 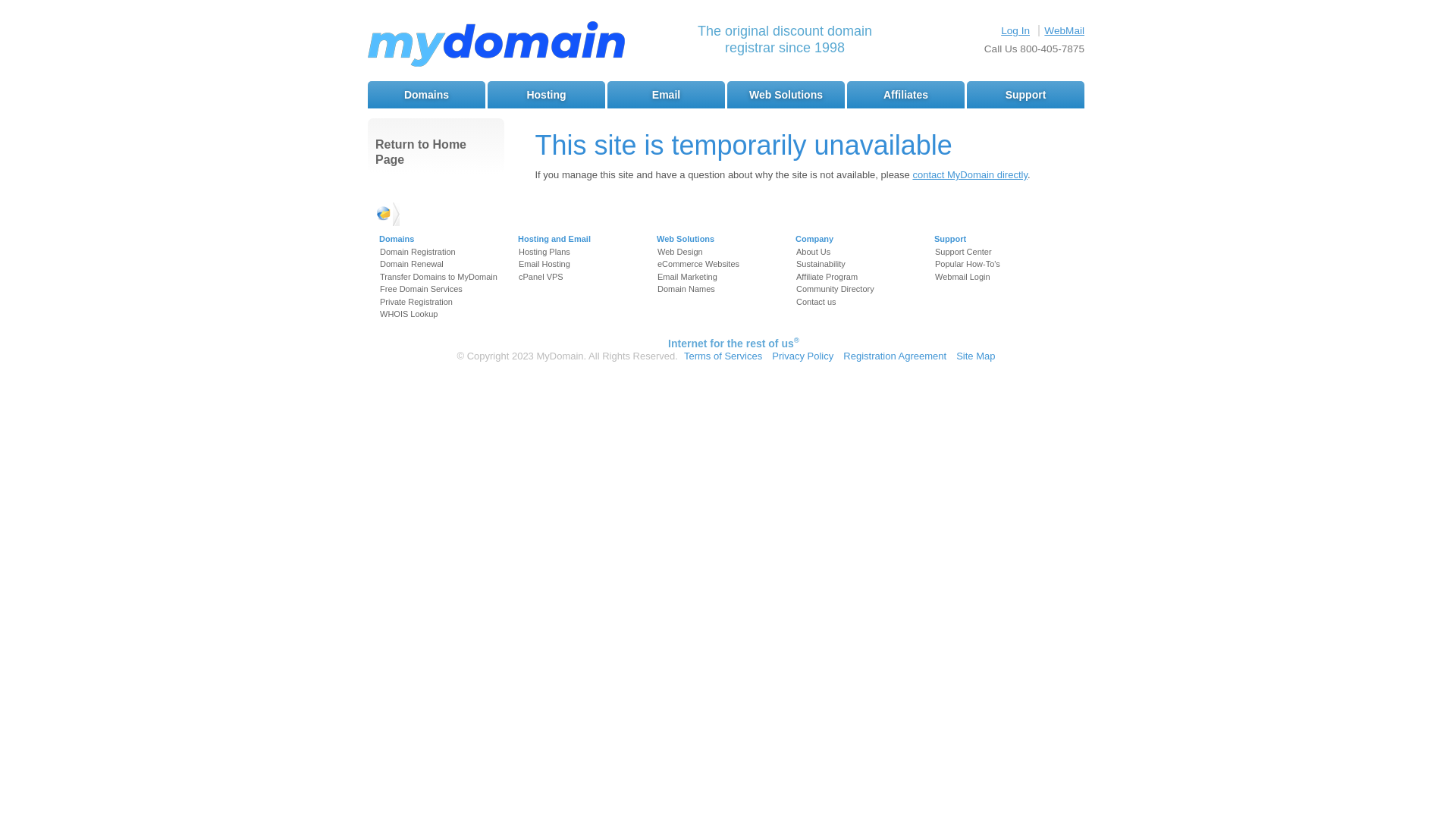 What do you see at coordinates (795, 277) in the screenshot?
I see `'Affiliate Program'` at bounding box center [795, 277].